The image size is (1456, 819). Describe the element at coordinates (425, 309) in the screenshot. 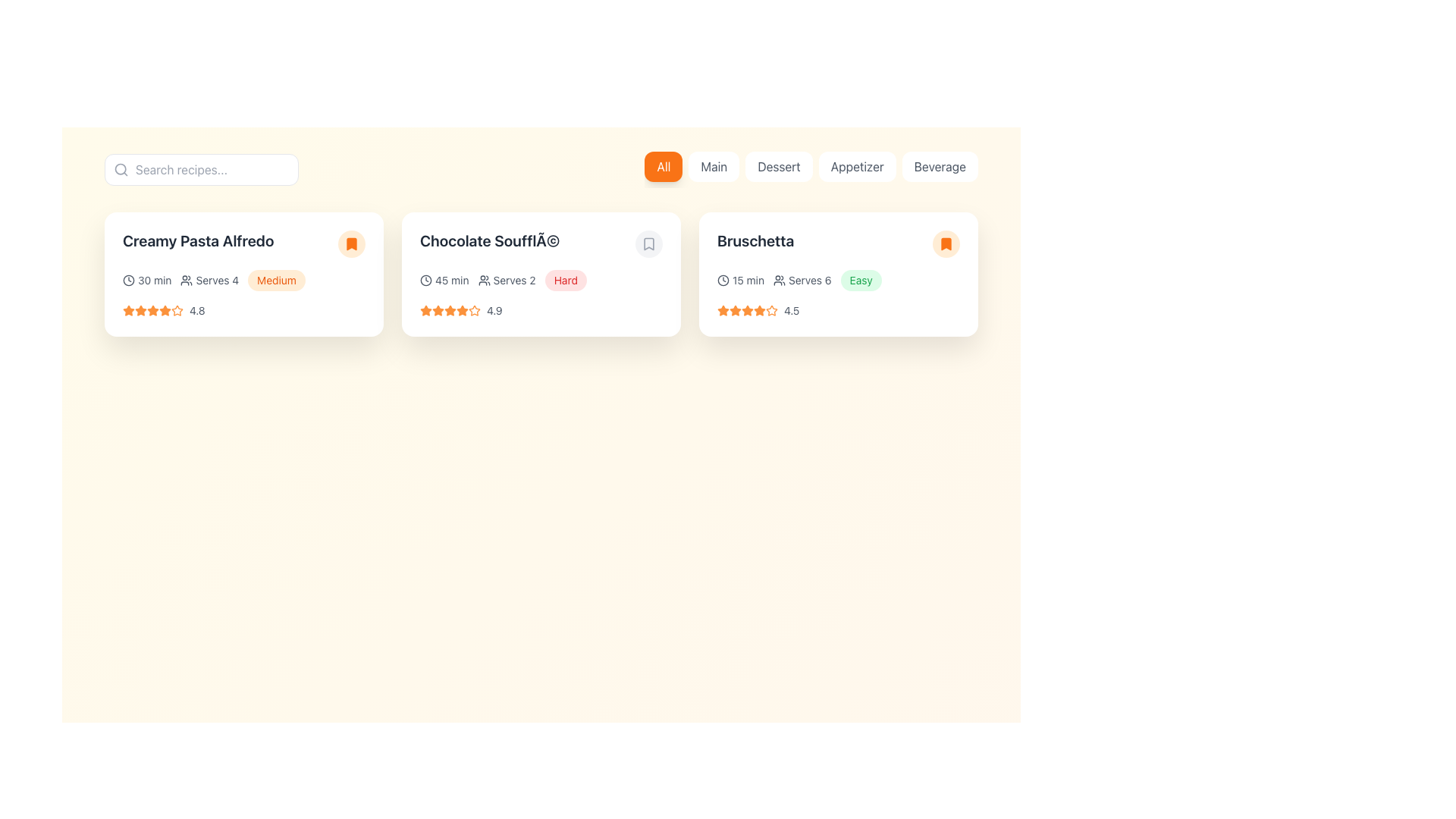

I see `the first star icon in the rating system displayed below the 'Chocolate Soufflé' card` at that location.